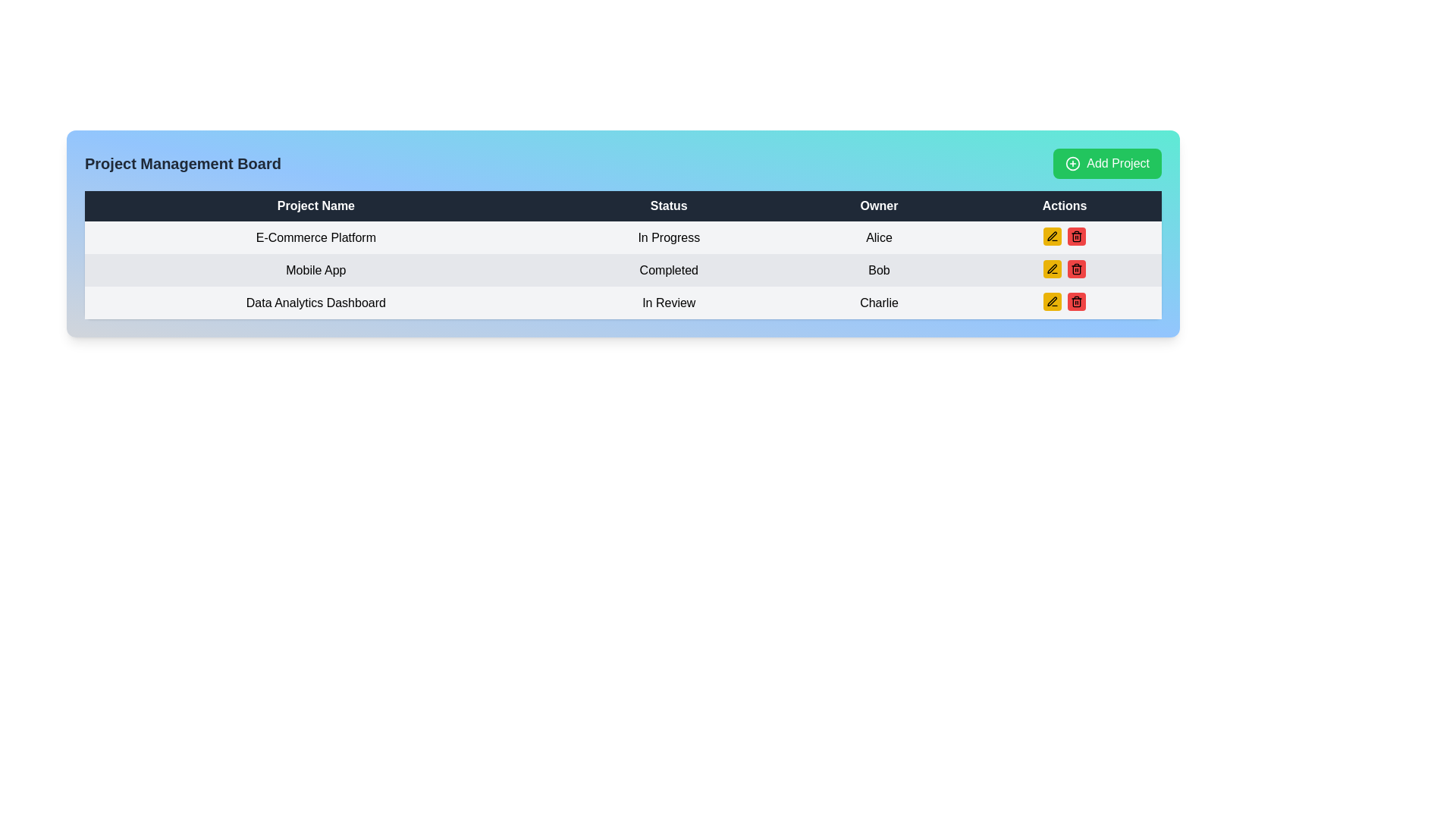  Describe the element at coordinates (1051, 268) in the screenshot. I see `the first button in the 'Actions' column for the 'Mobile App' project` at that location.